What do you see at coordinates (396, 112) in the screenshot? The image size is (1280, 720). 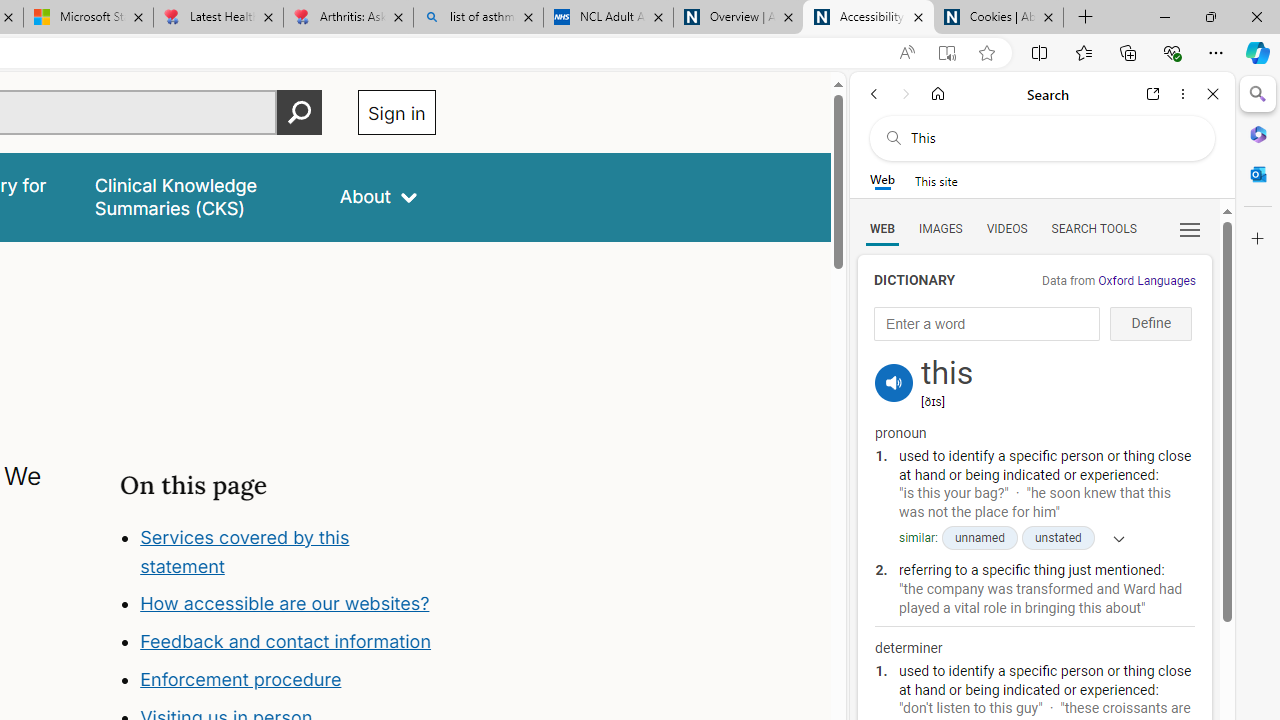 I see `'Sign in'` at bounding box center [396, 112].